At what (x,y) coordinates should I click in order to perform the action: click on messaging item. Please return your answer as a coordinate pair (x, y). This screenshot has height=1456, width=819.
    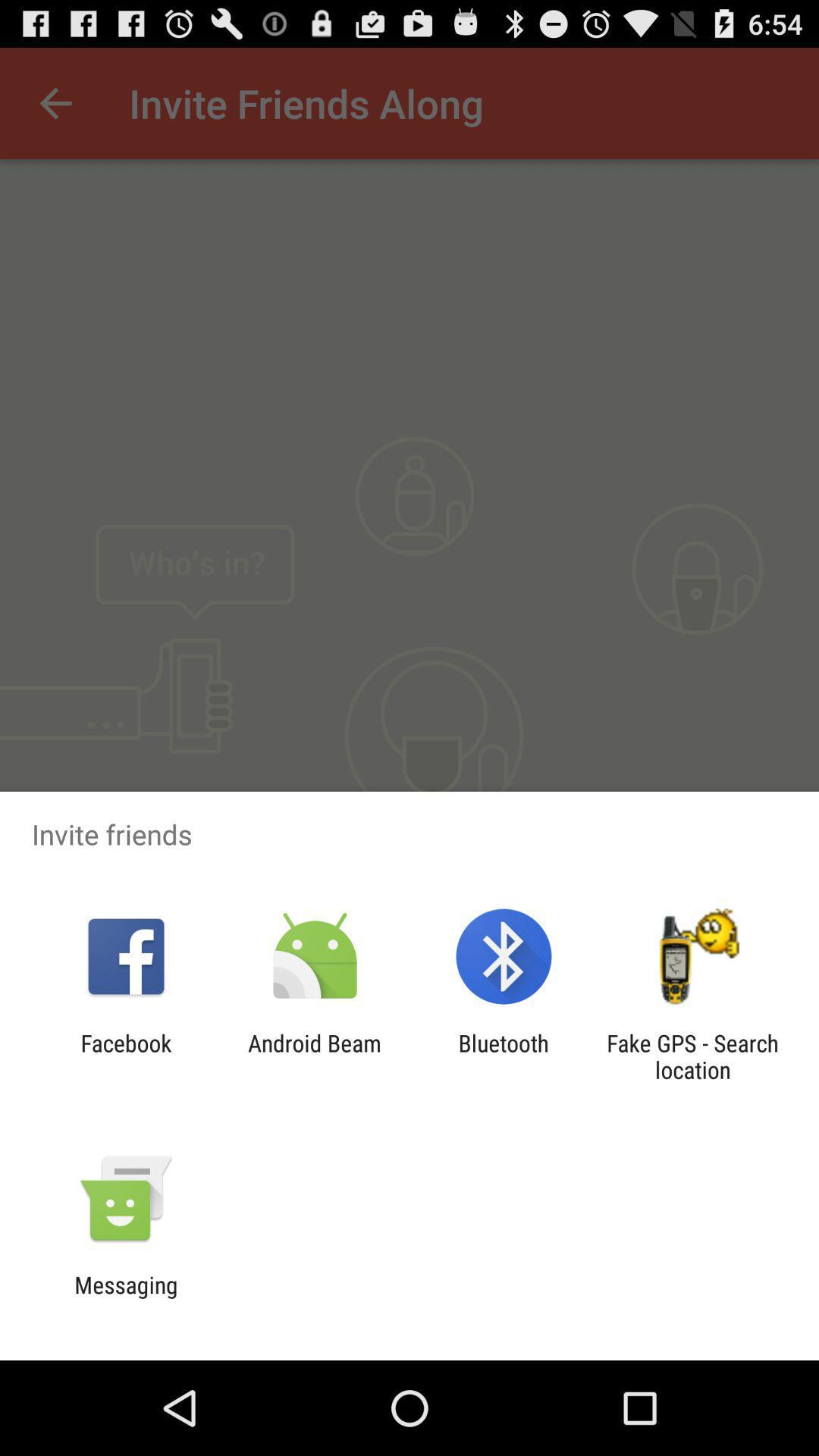
    Looking at the image, I should click on (125, 1298).